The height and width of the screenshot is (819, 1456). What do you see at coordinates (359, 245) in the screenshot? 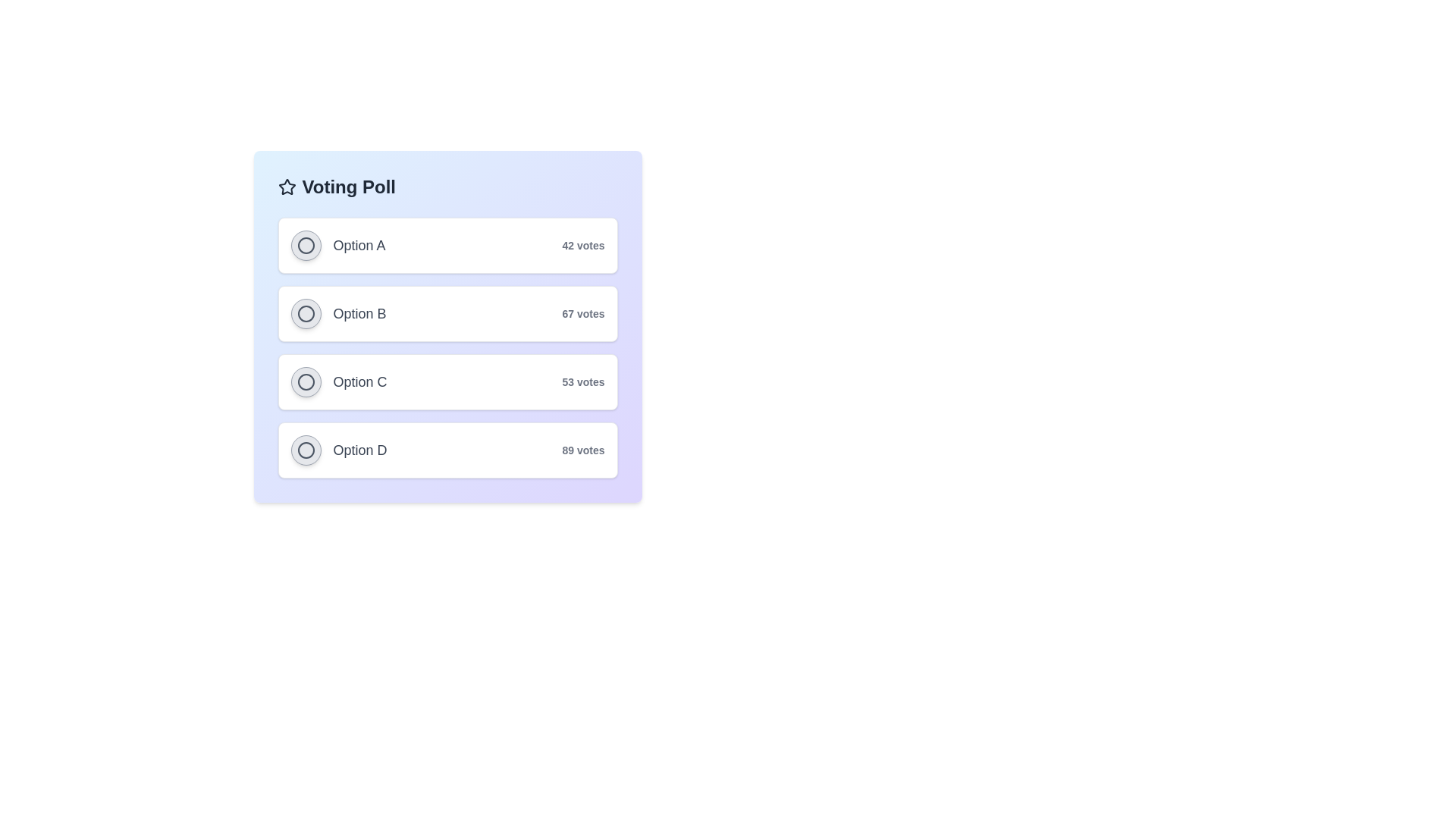
I see `the label that indicates the choice in the voting interface, located on the first row and directly to the right of the corresponding radio button` at bounding box center [359, 245].